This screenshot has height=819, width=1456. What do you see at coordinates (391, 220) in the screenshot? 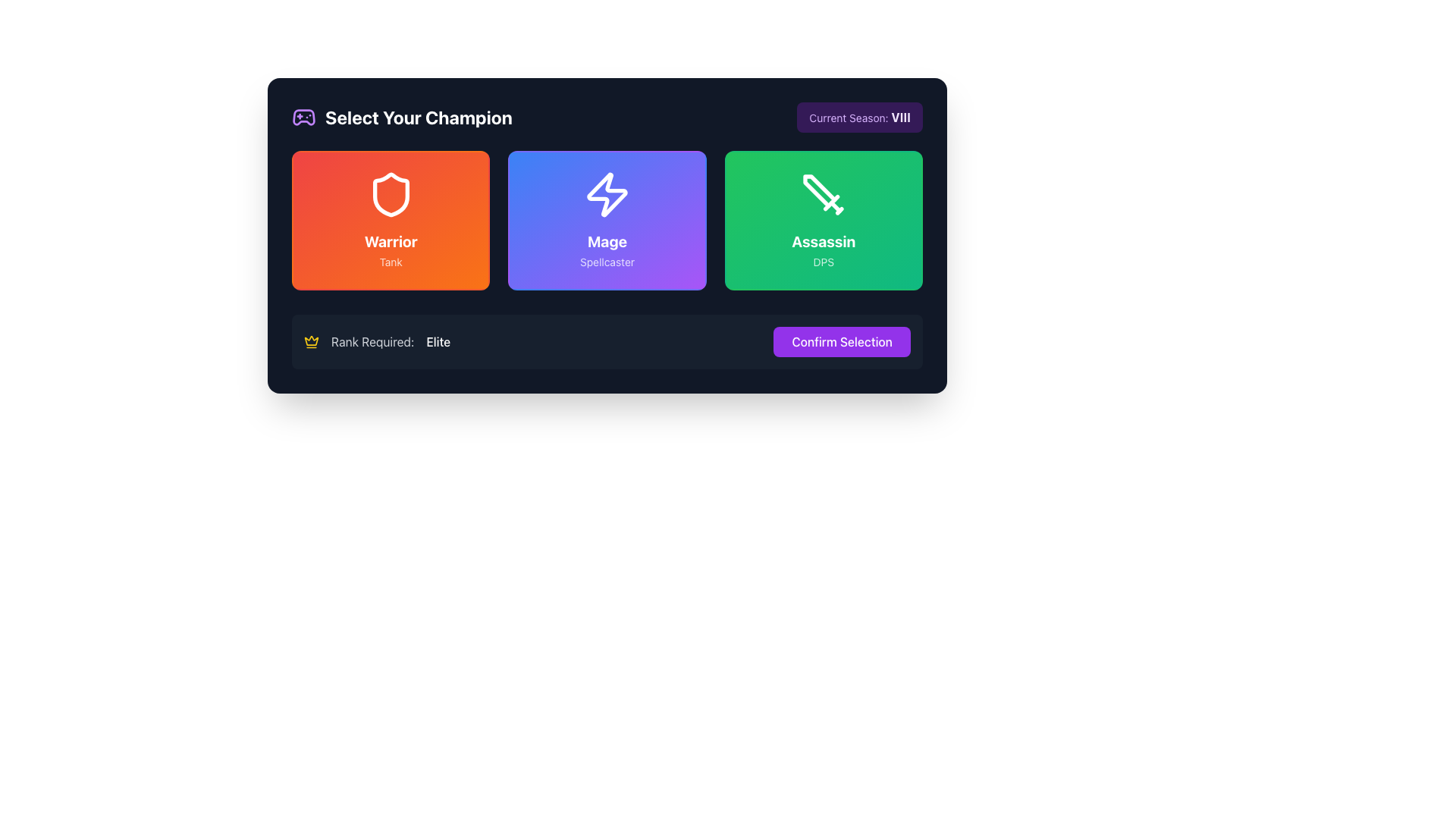
I see `the 'Warrior' character class card, specifically the leftmost card in a row of three` at bounding box center [391, 220].